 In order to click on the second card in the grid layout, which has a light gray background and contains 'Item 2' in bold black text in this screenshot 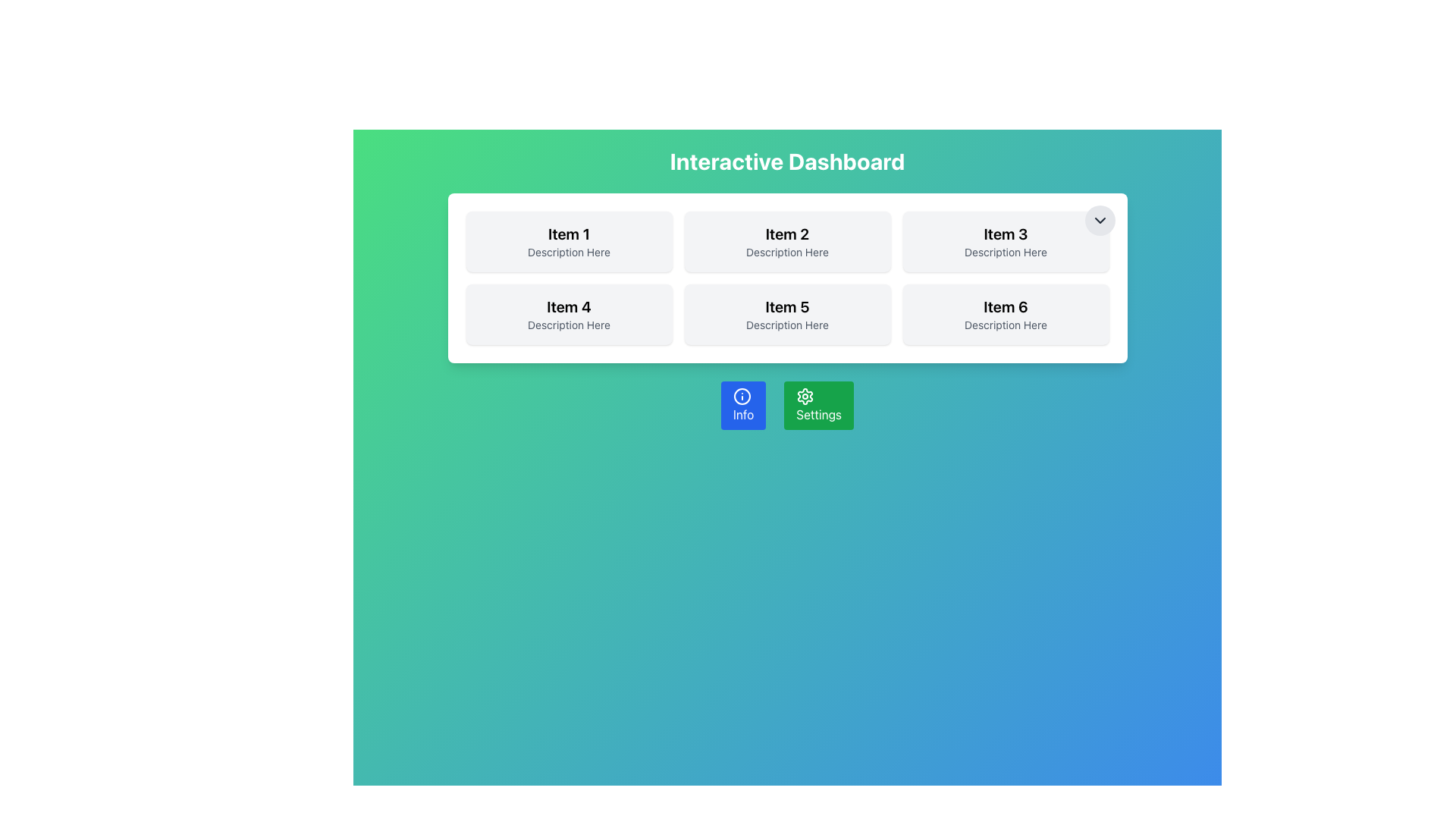, I will do `click(787, 241)`.